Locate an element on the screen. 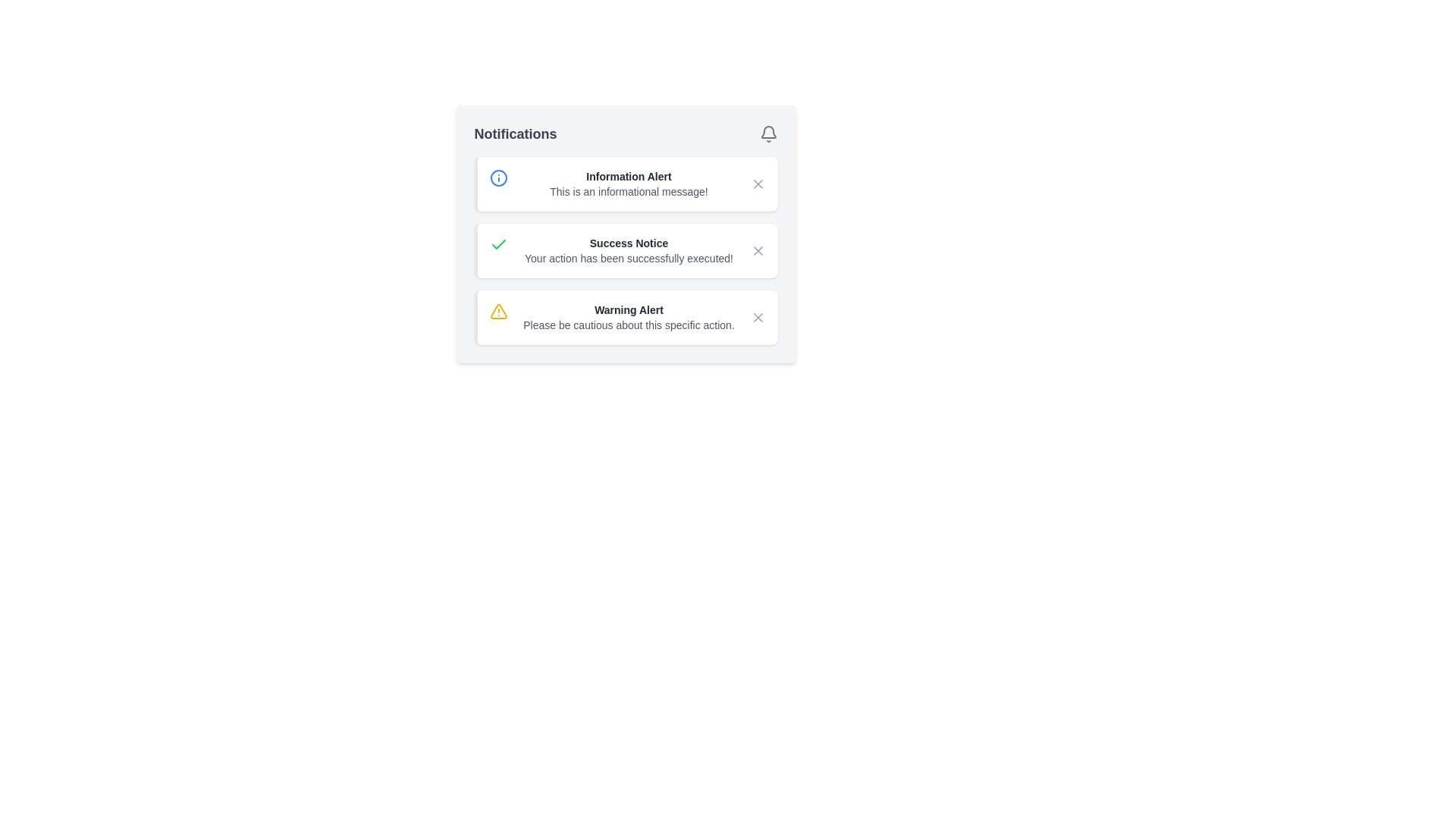 The height and width of the screenshot is (819, 1456). the blue circular icon with an information symbol located is located at coordinates (498, 177).